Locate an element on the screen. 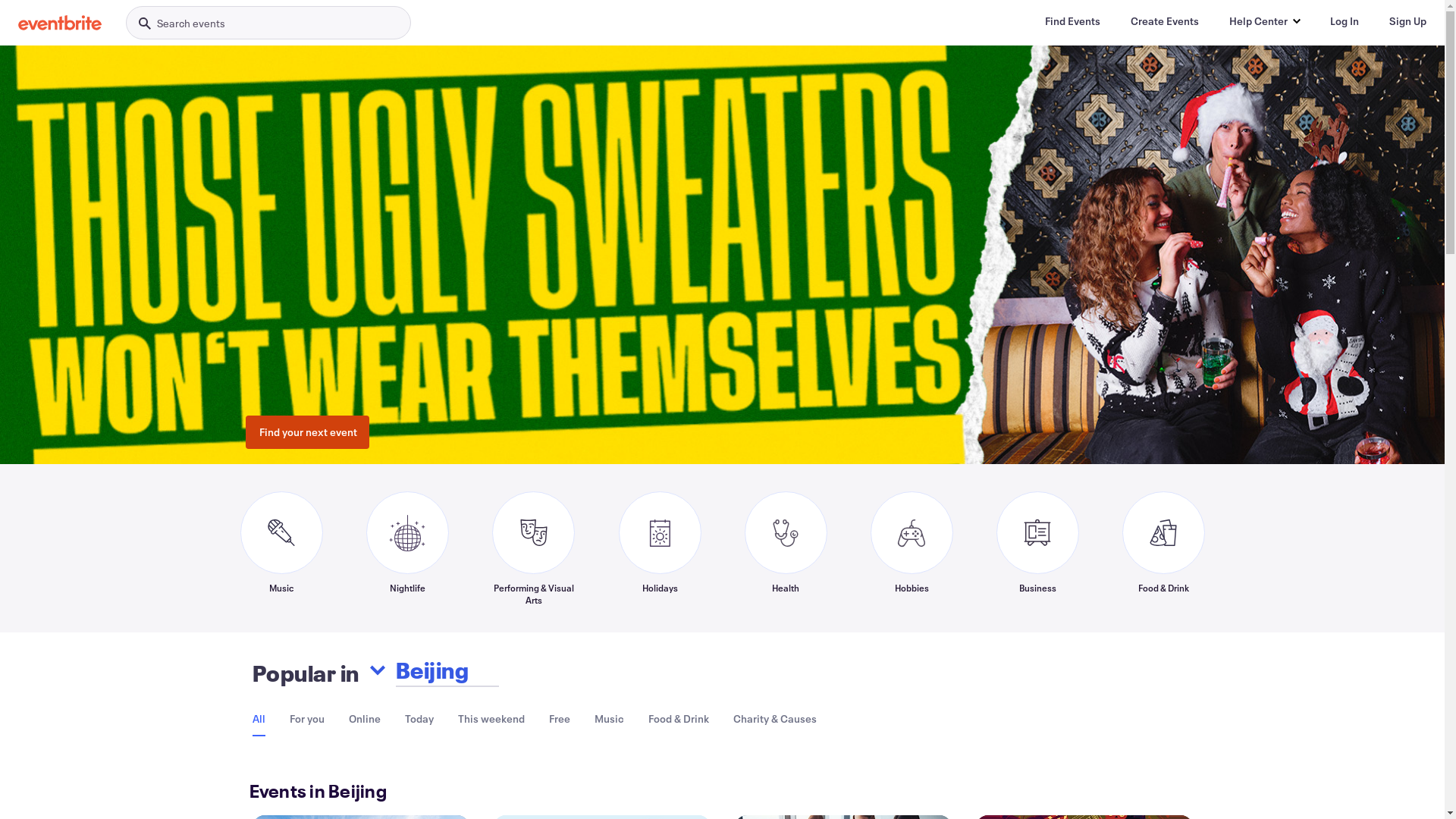 Image resolution: width=1456 pixels, height=819 pixels. 'Charity & Causes' is located at coordinates (774, 717).